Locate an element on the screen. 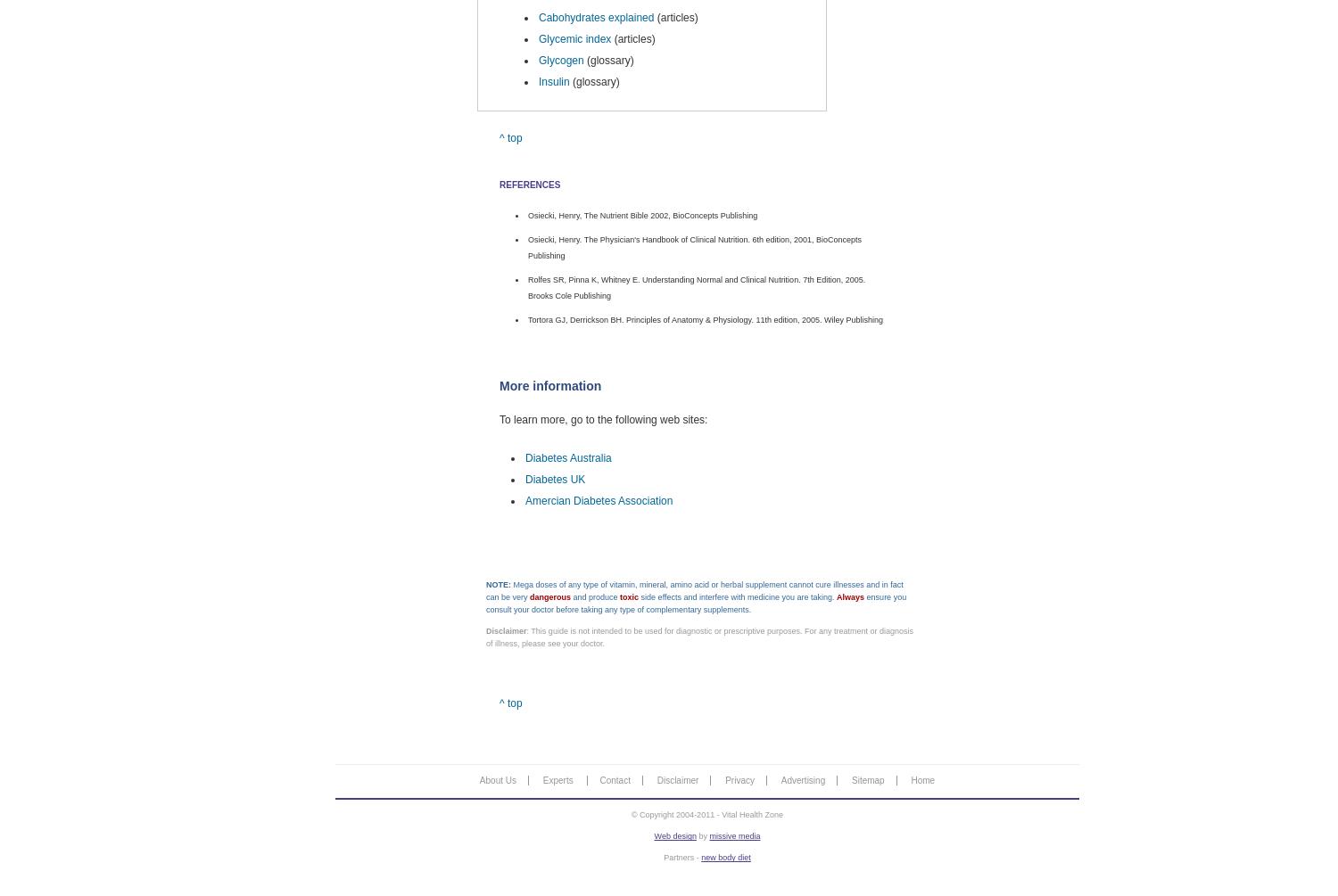  'Osiecki, Henry. The Physician's Handbook of Clinical Nutrition. 6th edition, 2001, BioConcepts Publishing' is located at coordinates (694, 246).